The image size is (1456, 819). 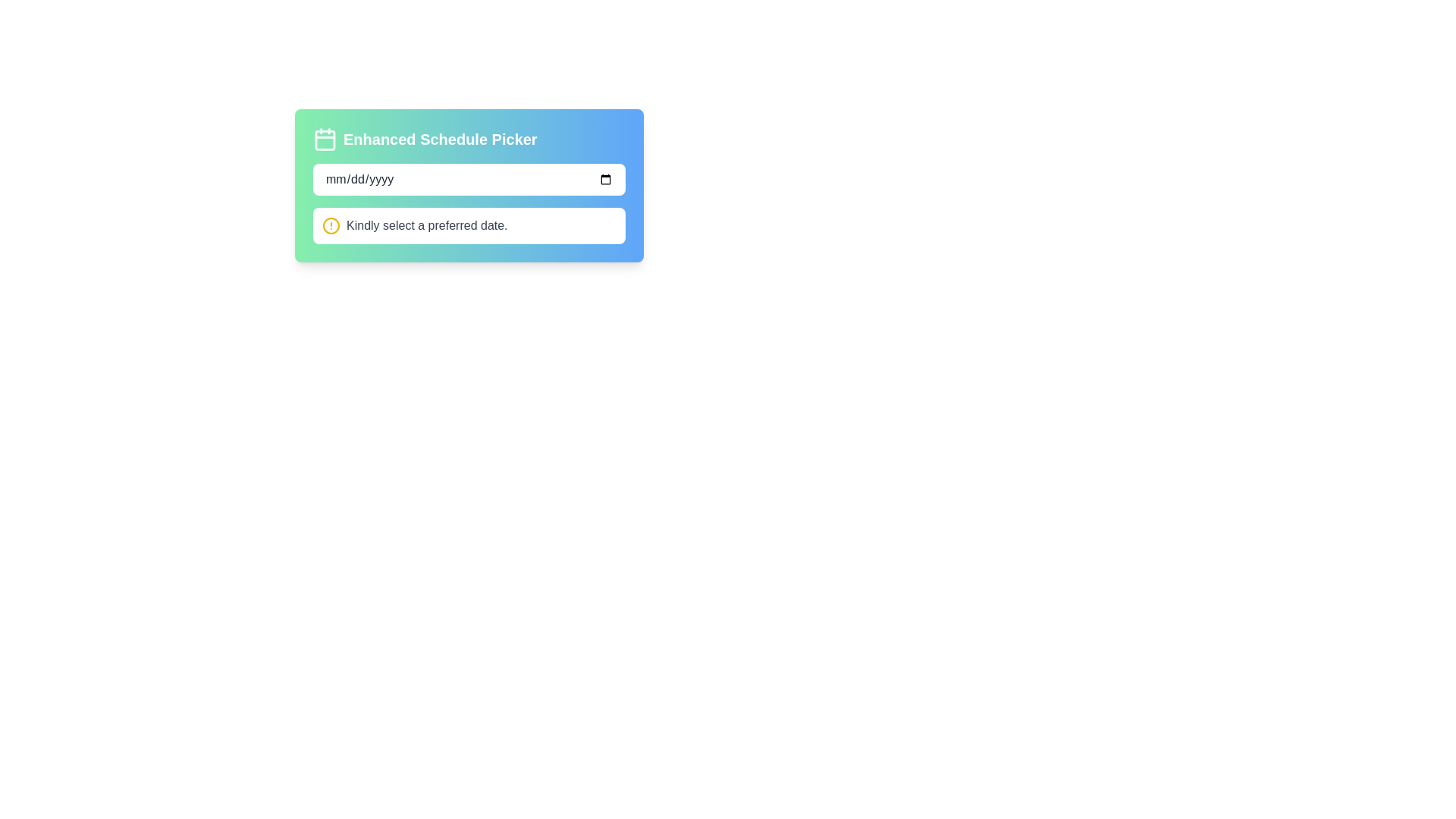 I want to click on informational text that instructs the user to select a preferred date, which is located within a white rectangular area below the input field, so click(x=469, y=225).